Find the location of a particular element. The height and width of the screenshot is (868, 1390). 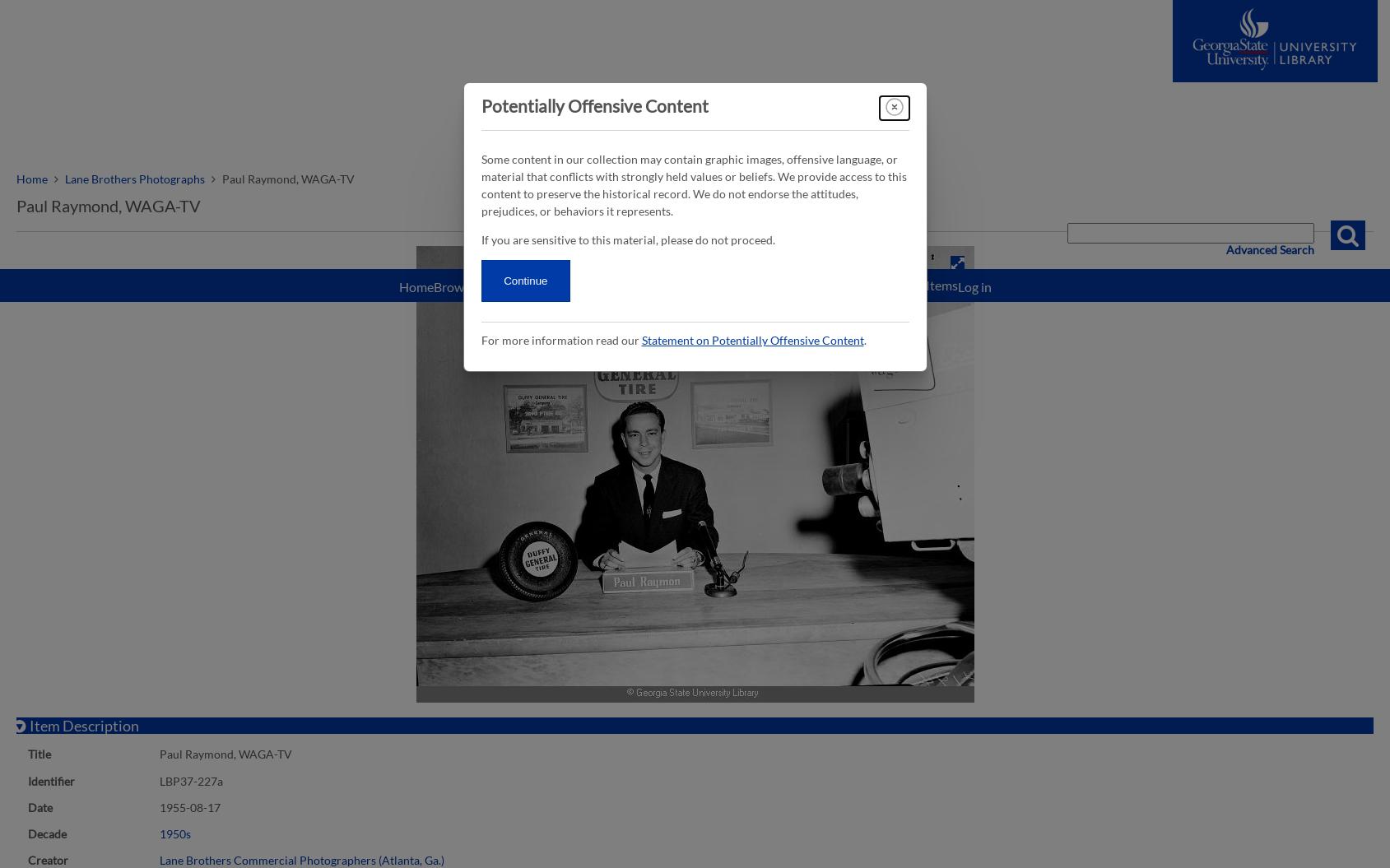

'1955-08-17' is located at coordinates (159, 806).